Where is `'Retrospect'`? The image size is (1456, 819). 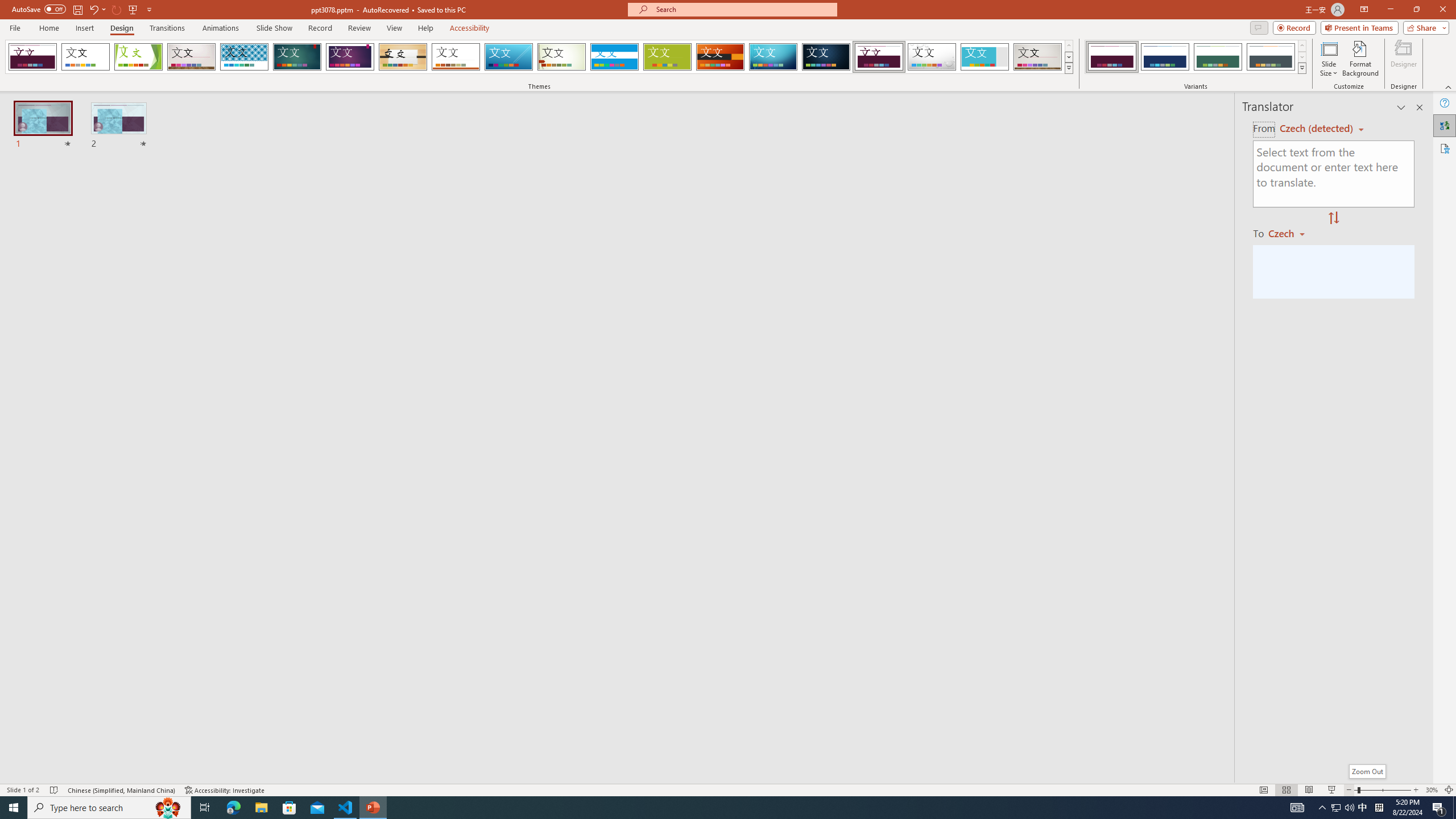 'Retrospect' is located at coordinates (455, 56).